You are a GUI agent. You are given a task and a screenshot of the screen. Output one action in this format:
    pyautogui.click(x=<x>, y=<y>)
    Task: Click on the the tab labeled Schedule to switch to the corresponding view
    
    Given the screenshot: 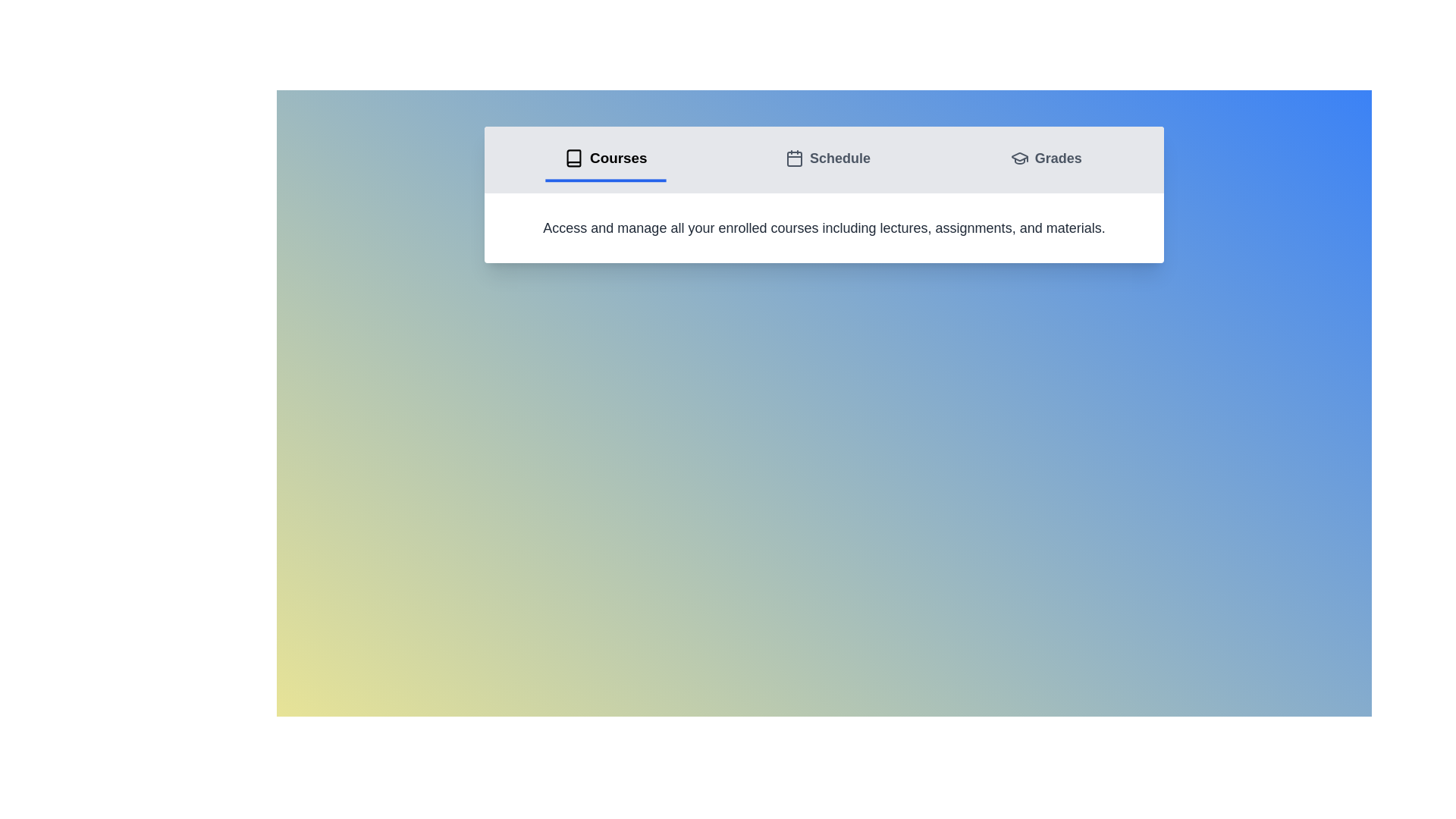 What is the action you would take?
    pyautogui.click(x=827, y=160)
    